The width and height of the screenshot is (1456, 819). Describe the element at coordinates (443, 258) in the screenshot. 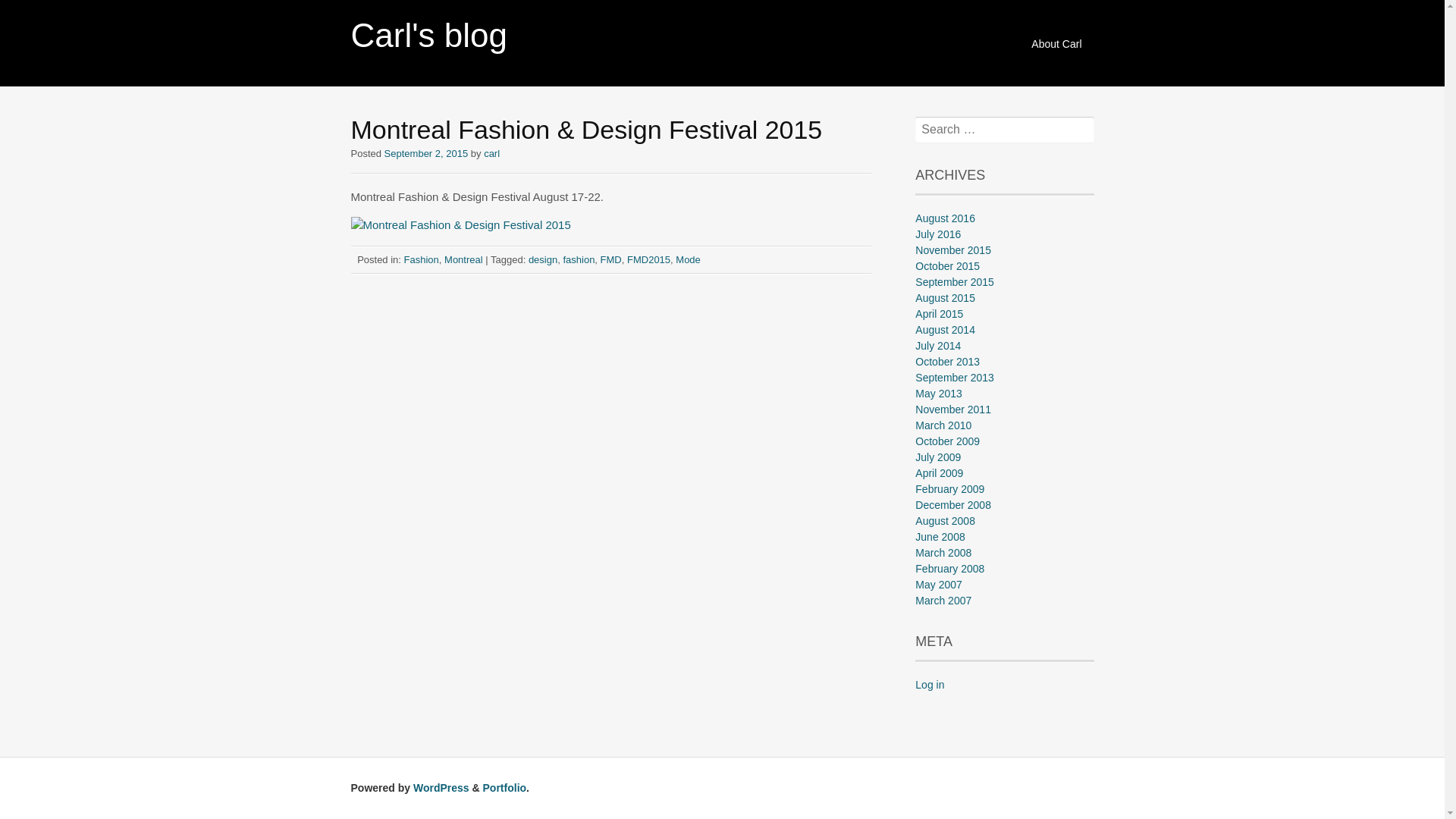

I see `'Montreal'` at that location.